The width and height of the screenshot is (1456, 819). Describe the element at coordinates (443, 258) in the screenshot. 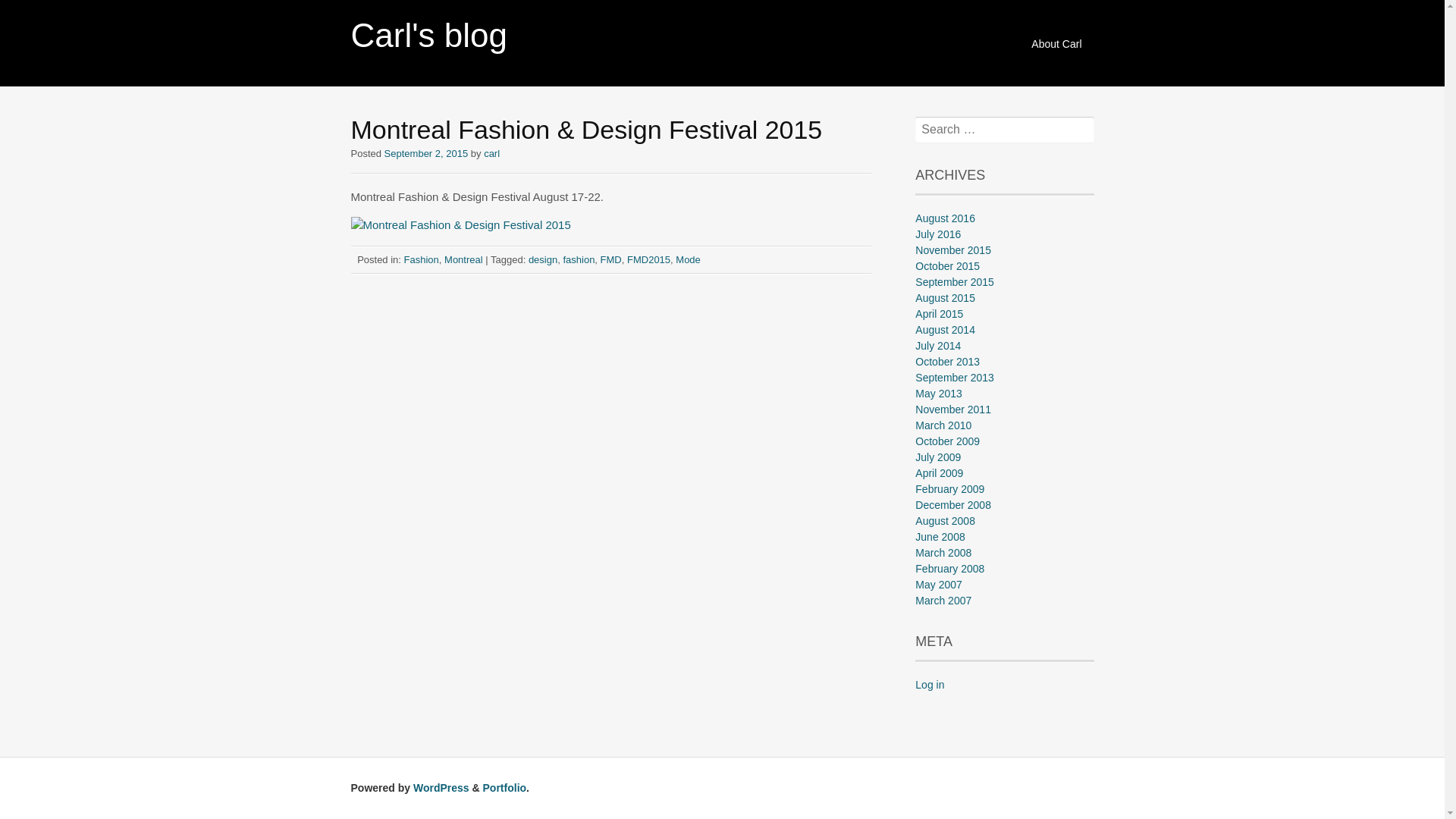

I see `'Montreal'` at that location.